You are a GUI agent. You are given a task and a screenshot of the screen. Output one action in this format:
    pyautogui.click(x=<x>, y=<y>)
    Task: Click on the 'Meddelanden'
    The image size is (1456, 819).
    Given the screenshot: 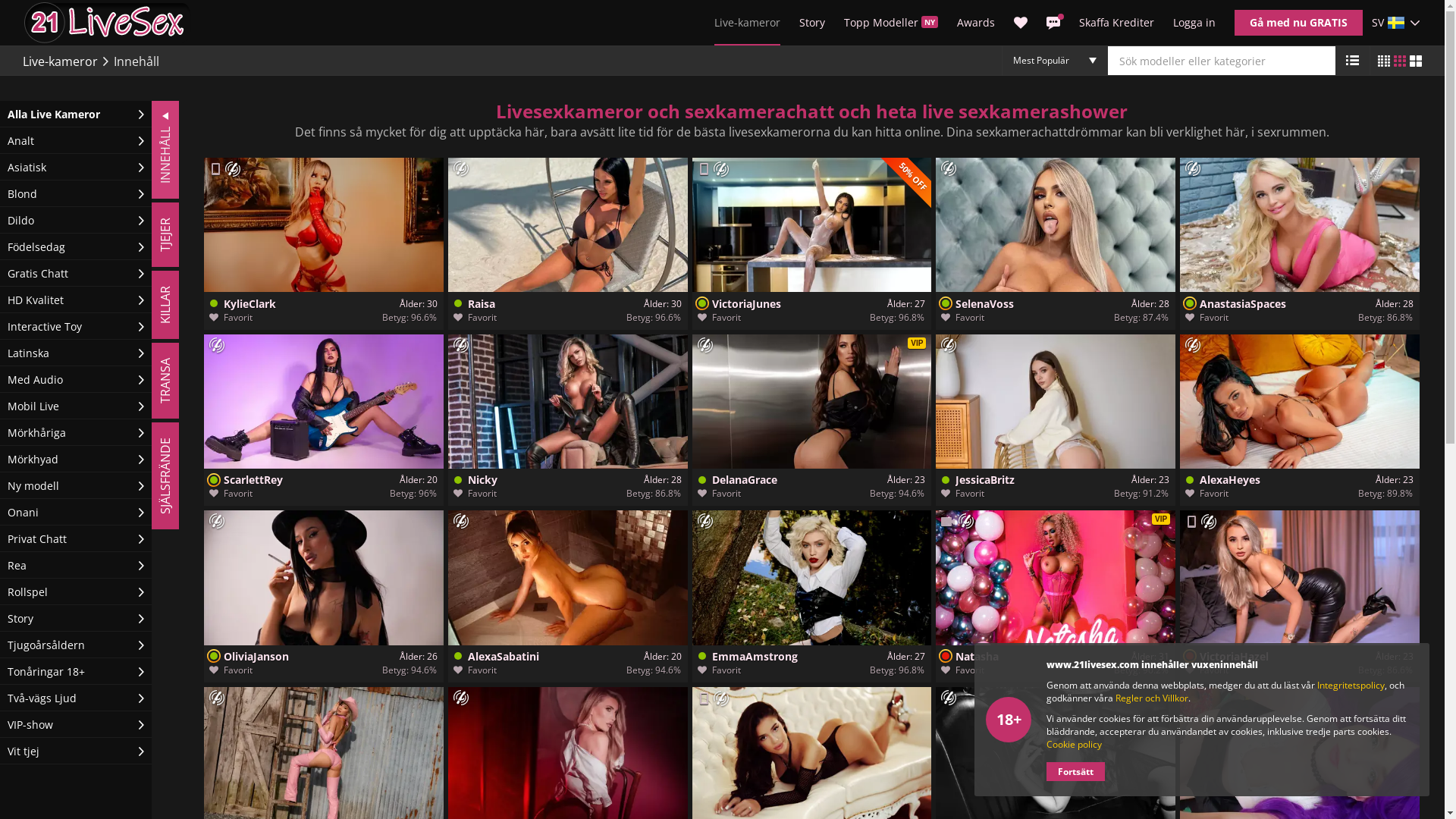 What is the action you would take?
    pyautogui.click(x=1046, y=23)
    